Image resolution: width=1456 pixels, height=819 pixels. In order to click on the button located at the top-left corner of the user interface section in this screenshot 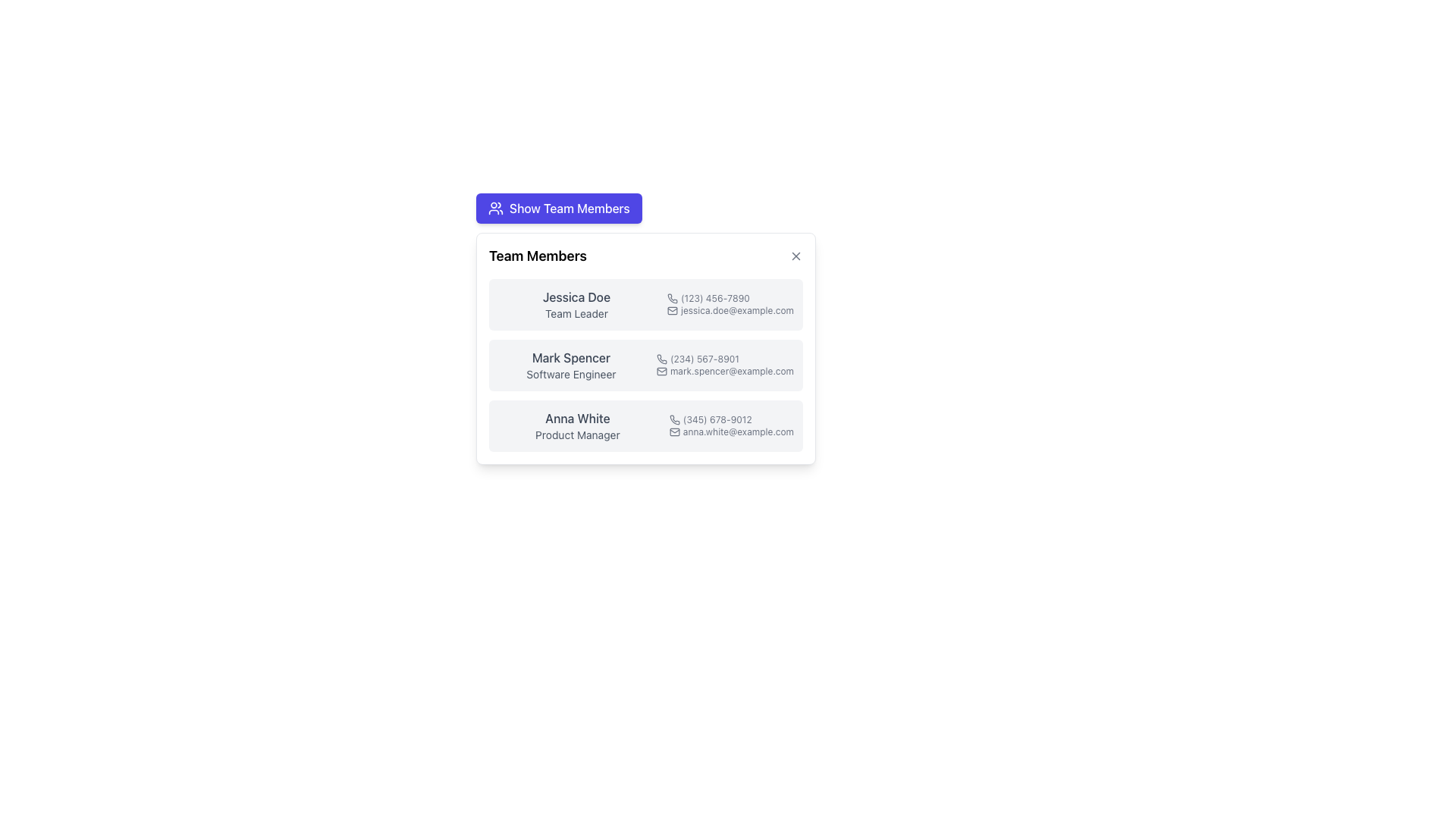, I will do `click(645, 208)`.